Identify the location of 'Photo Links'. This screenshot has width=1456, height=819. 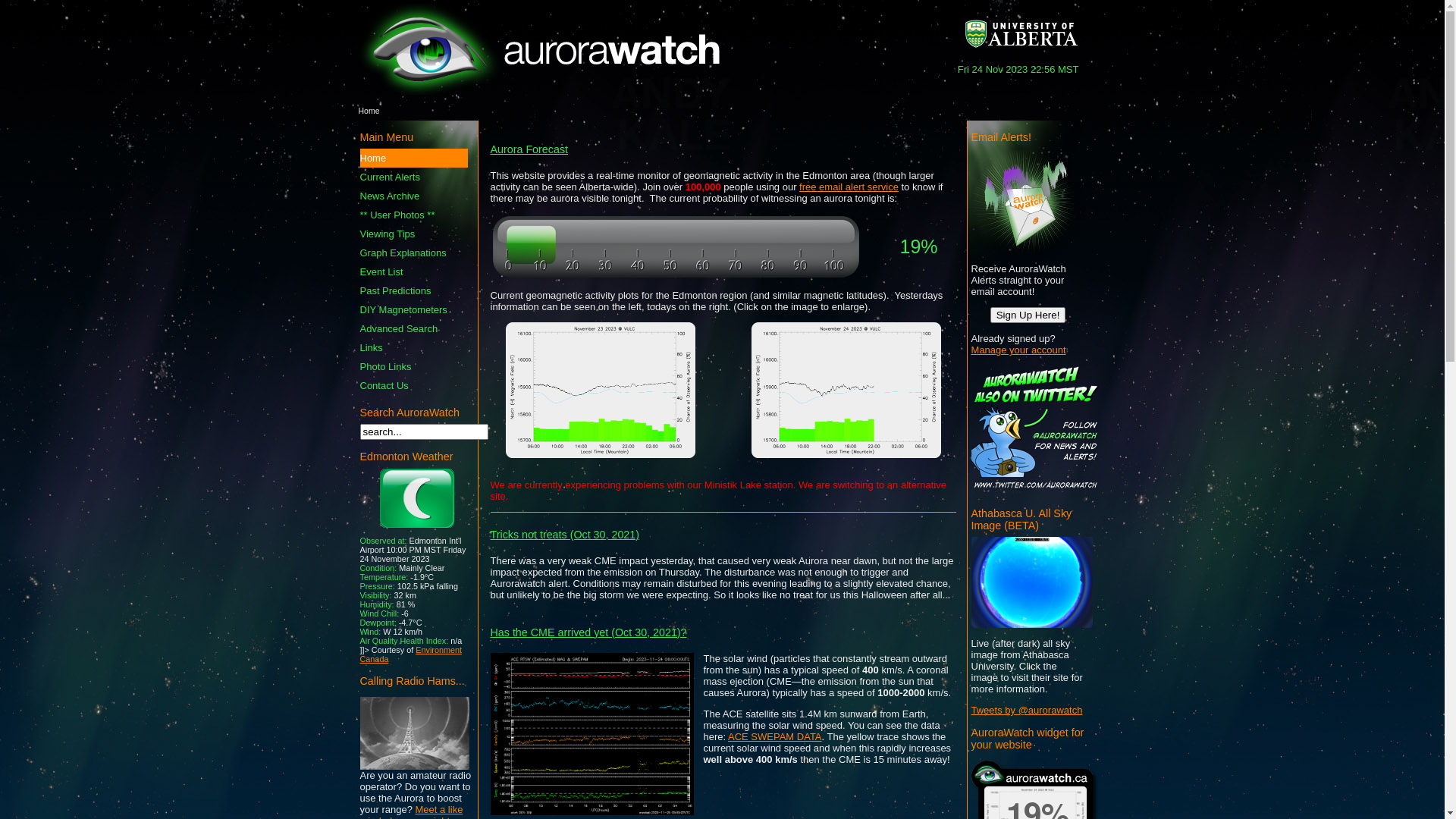
(413, 366).